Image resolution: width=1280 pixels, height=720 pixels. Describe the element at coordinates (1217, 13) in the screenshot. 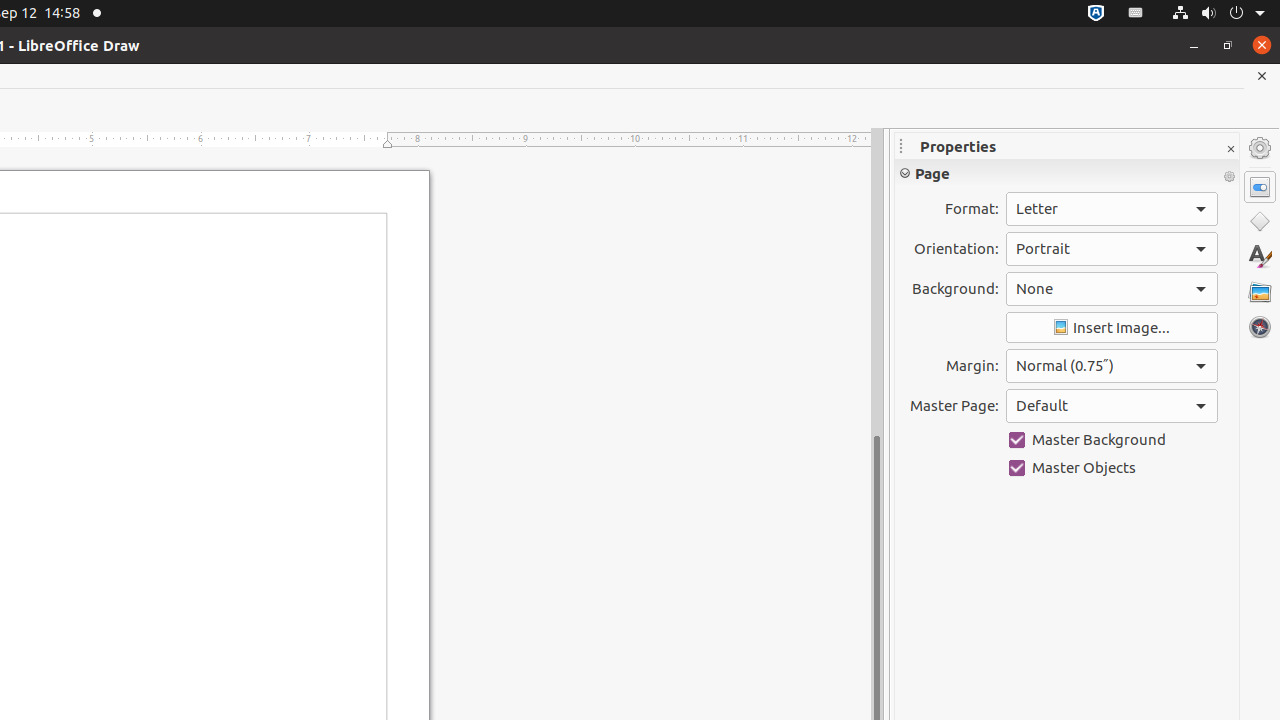

I see `'System'` at that location.